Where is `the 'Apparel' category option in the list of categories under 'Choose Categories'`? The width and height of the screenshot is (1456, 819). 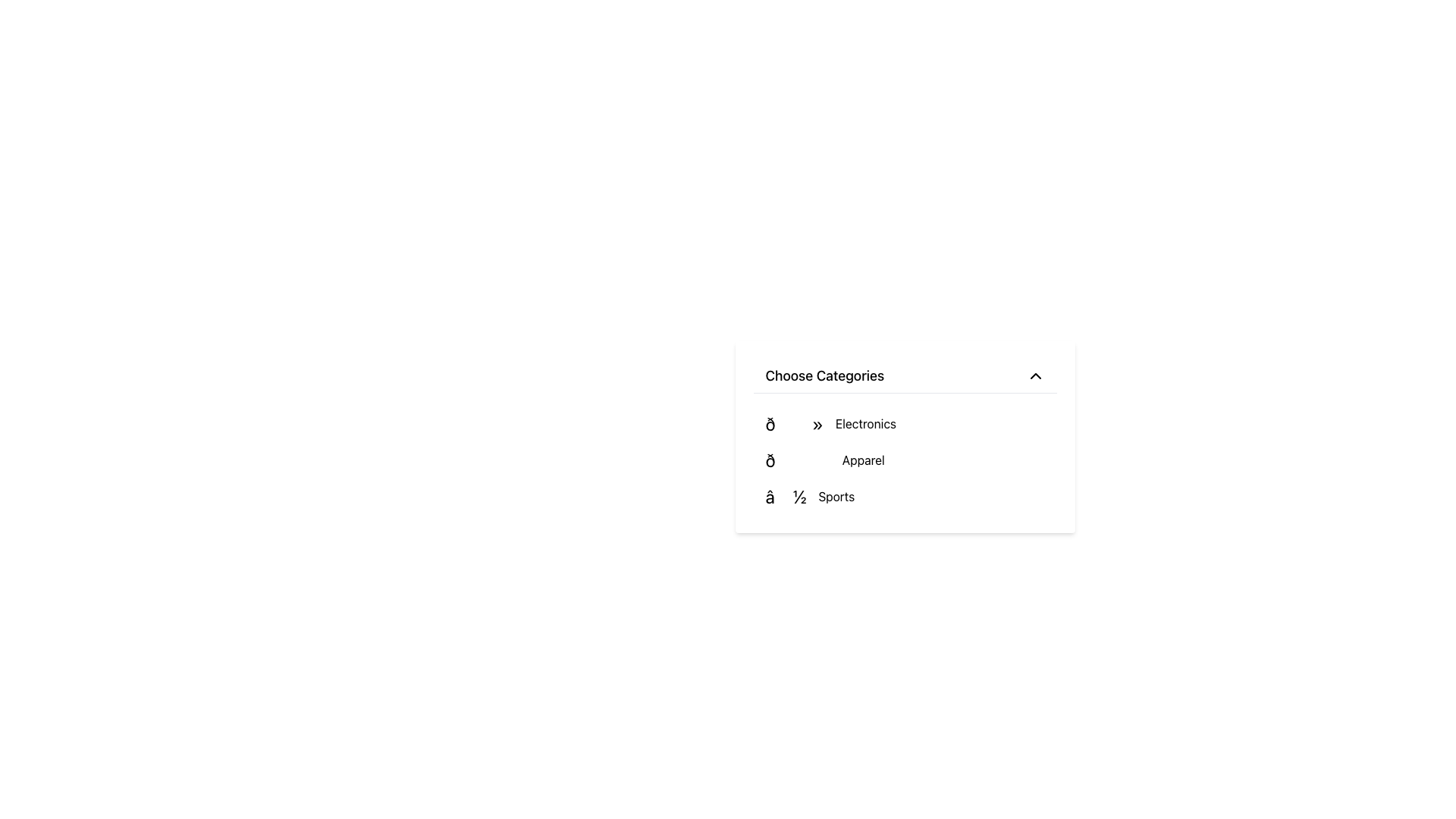
the 'Apparel' category option in the list of categories under 'Choose Categories' is located at coordinates (905, 459).